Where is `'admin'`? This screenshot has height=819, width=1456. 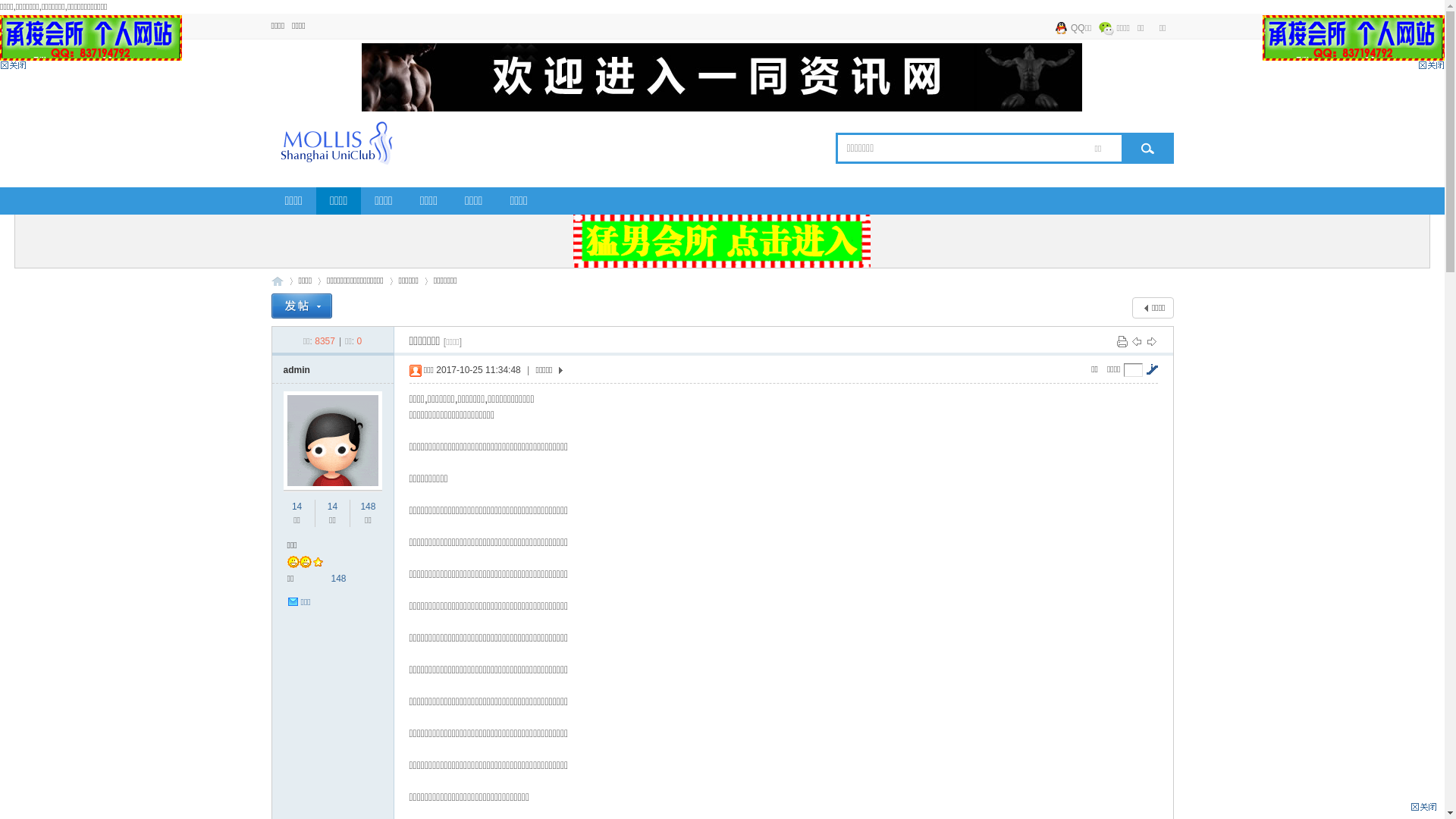 'admin' is located at coordinates (297, 370).